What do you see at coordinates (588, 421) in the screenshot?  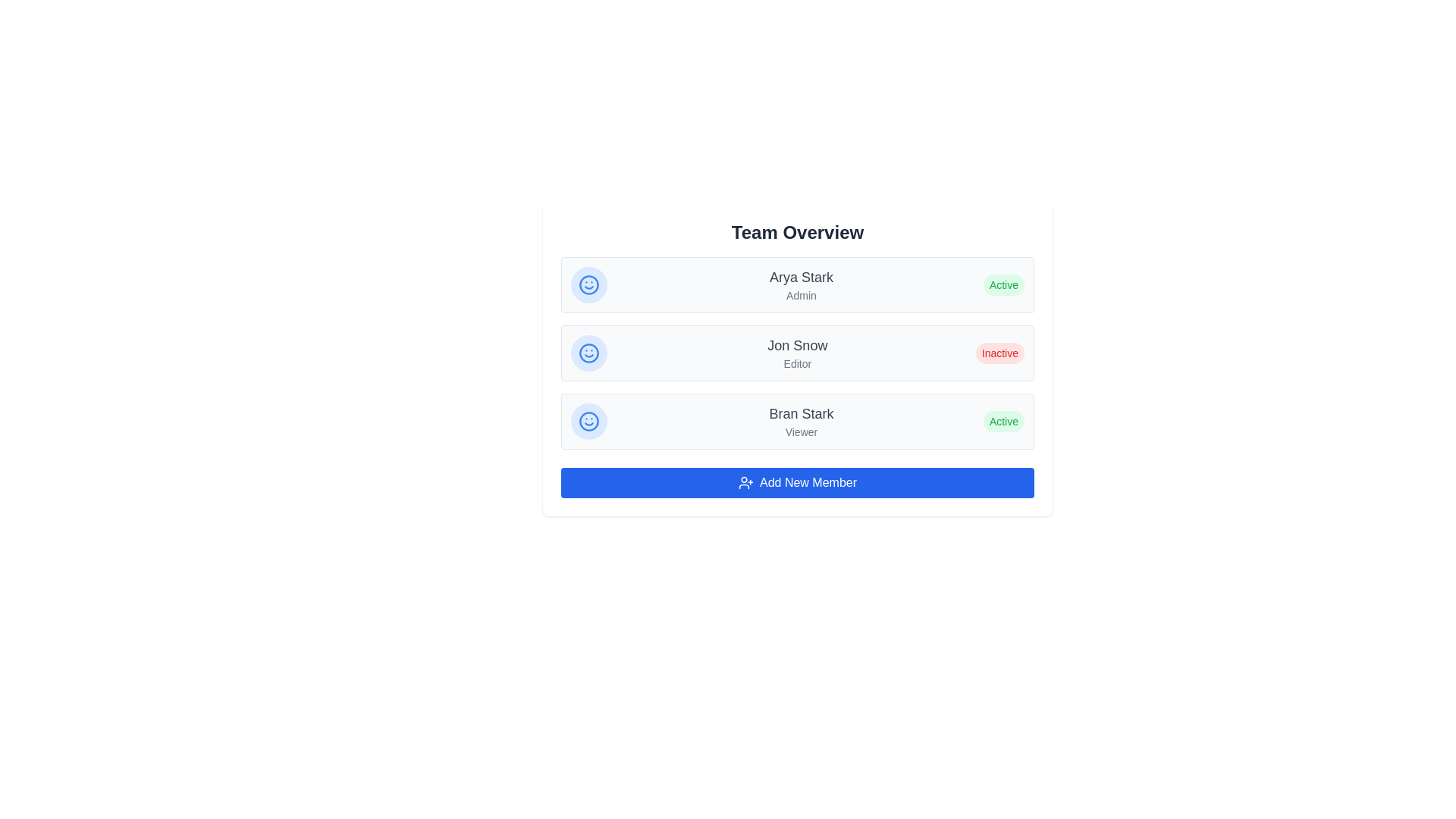 I see `the circular element with a blue outline and light blue background, which represents the avatar for the user entry 'Bran Stark'` at bounding box center [588, 421].